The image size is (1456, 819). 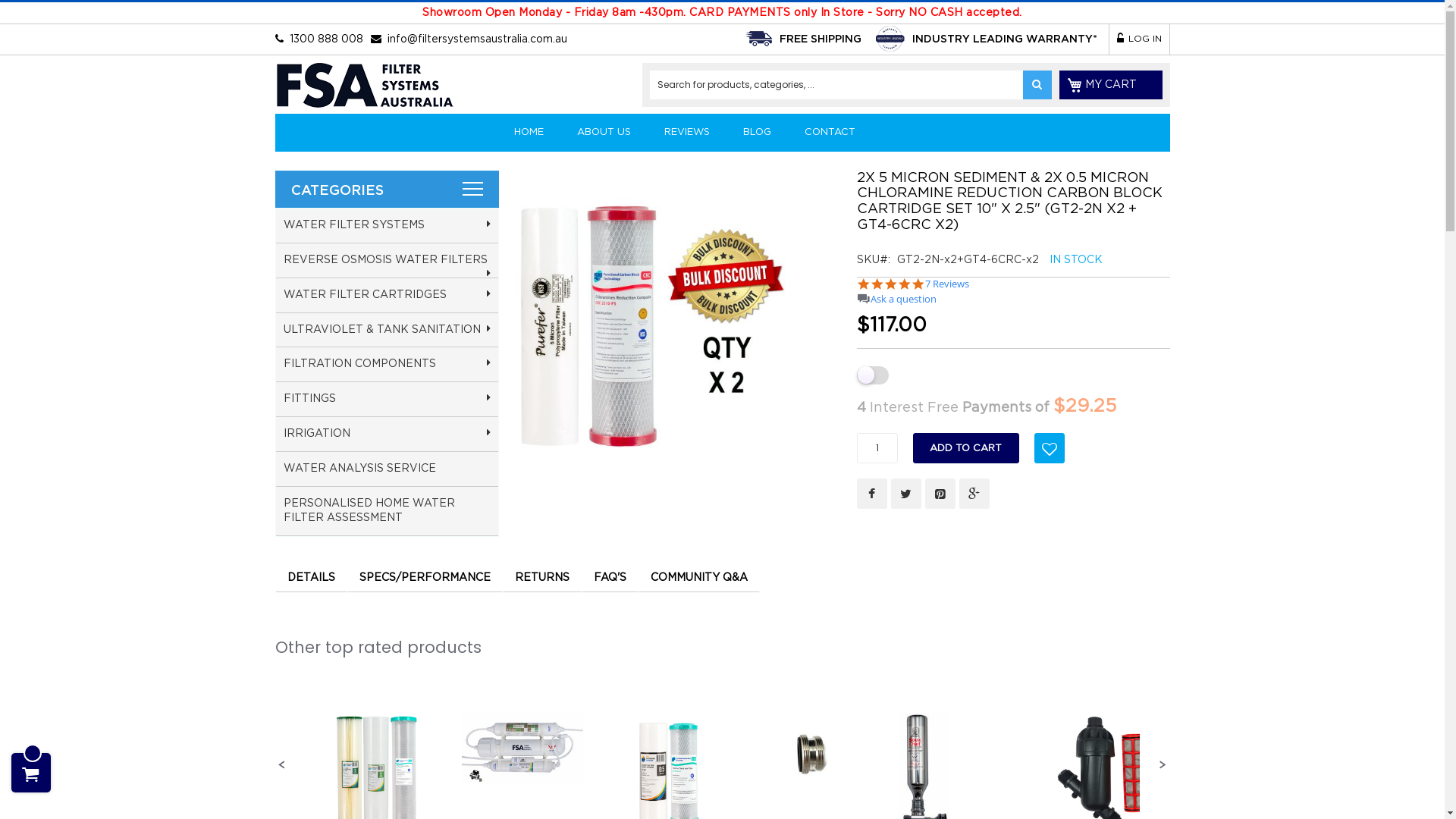 I want to click on 'WATER FILTER CARTRIDGES', so click(x=387, y=295).